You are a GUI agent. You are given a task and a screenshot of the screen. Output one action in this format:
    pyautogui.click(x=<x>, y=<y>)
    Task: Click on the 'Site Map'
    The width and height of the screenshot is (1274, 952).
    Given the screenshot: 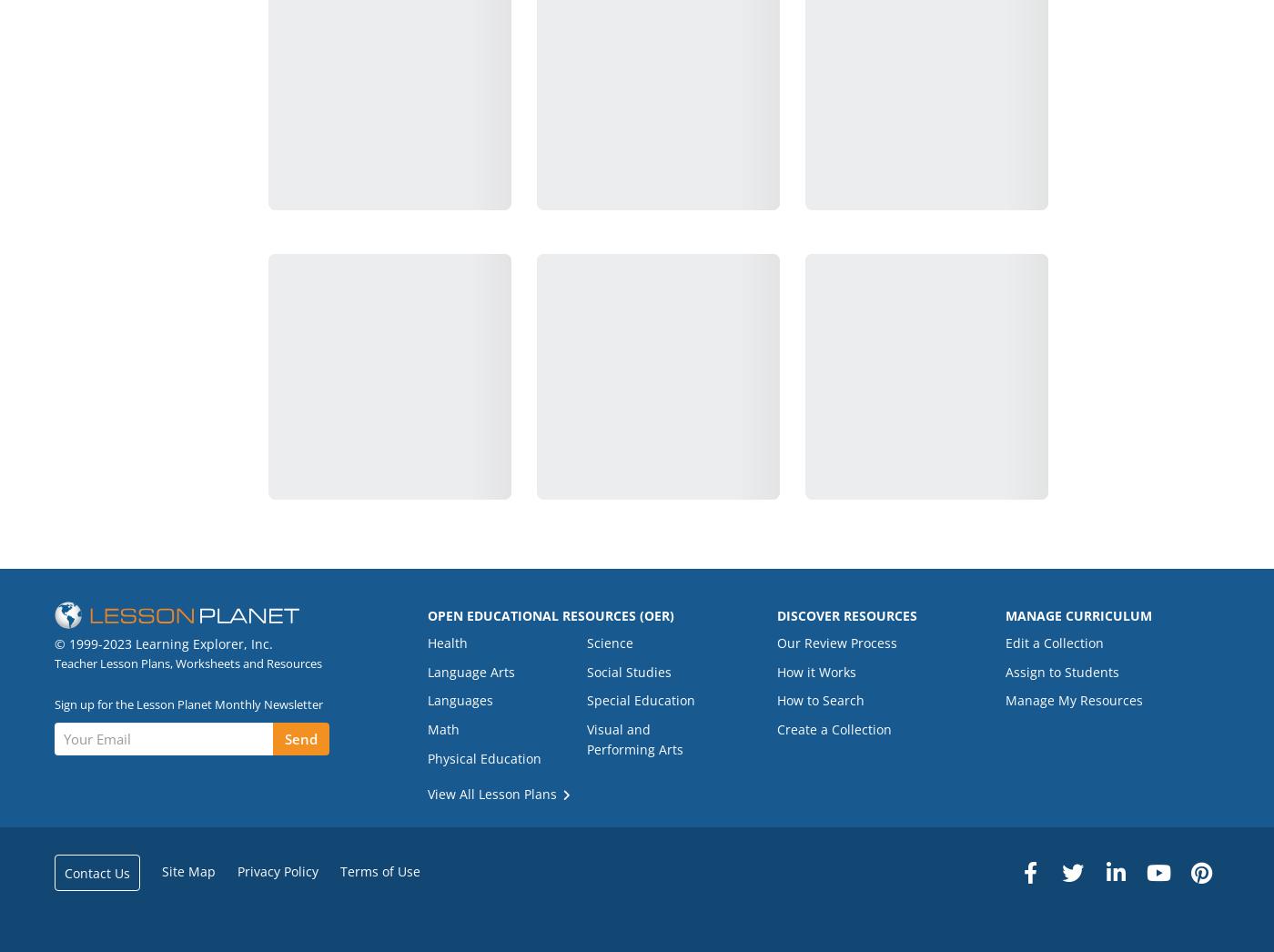 What is the action you would take?
    pyautogui.click(x=160, y=870)
    